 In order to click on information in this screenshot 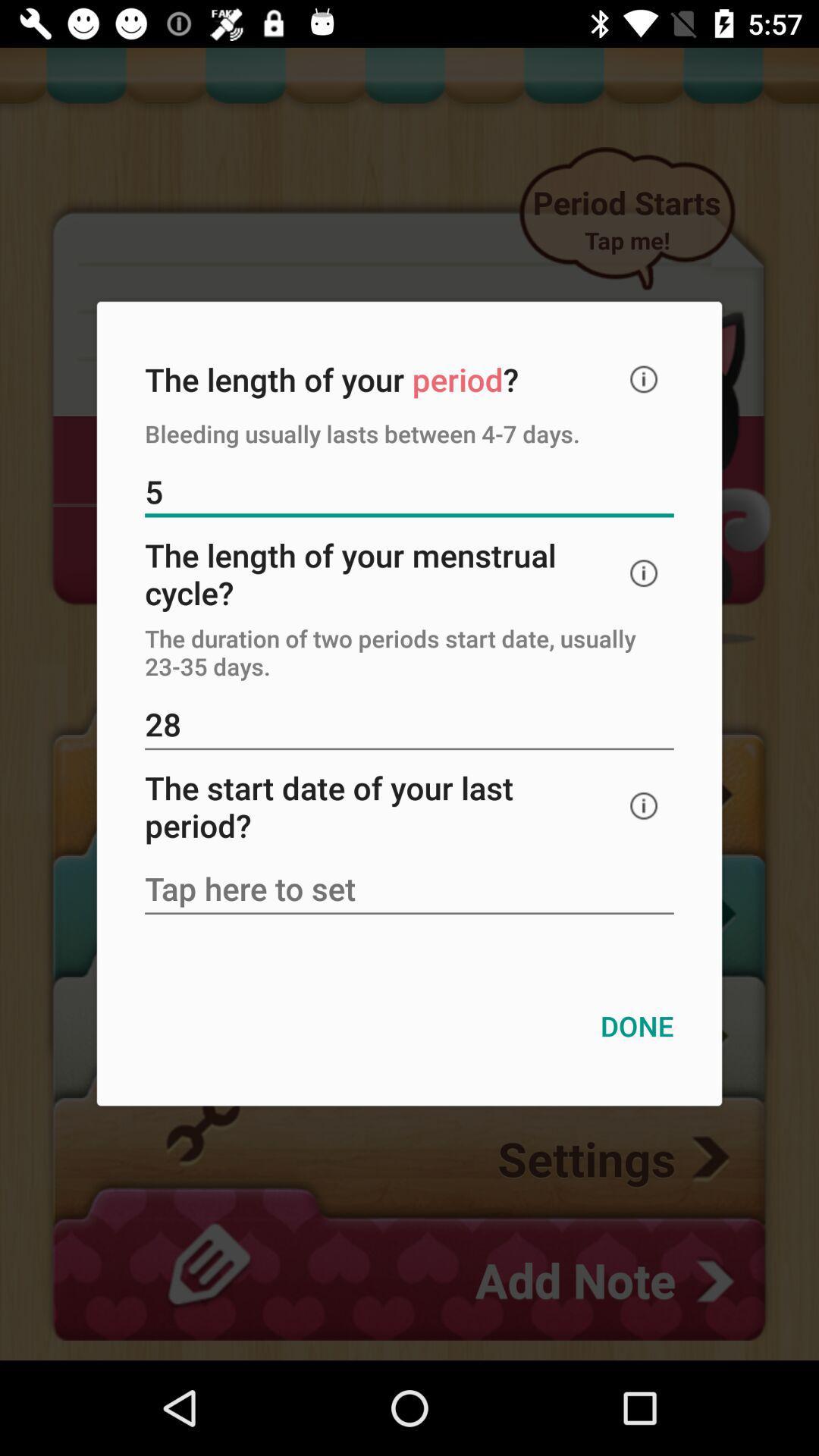, I will do `click(644, 805)`.